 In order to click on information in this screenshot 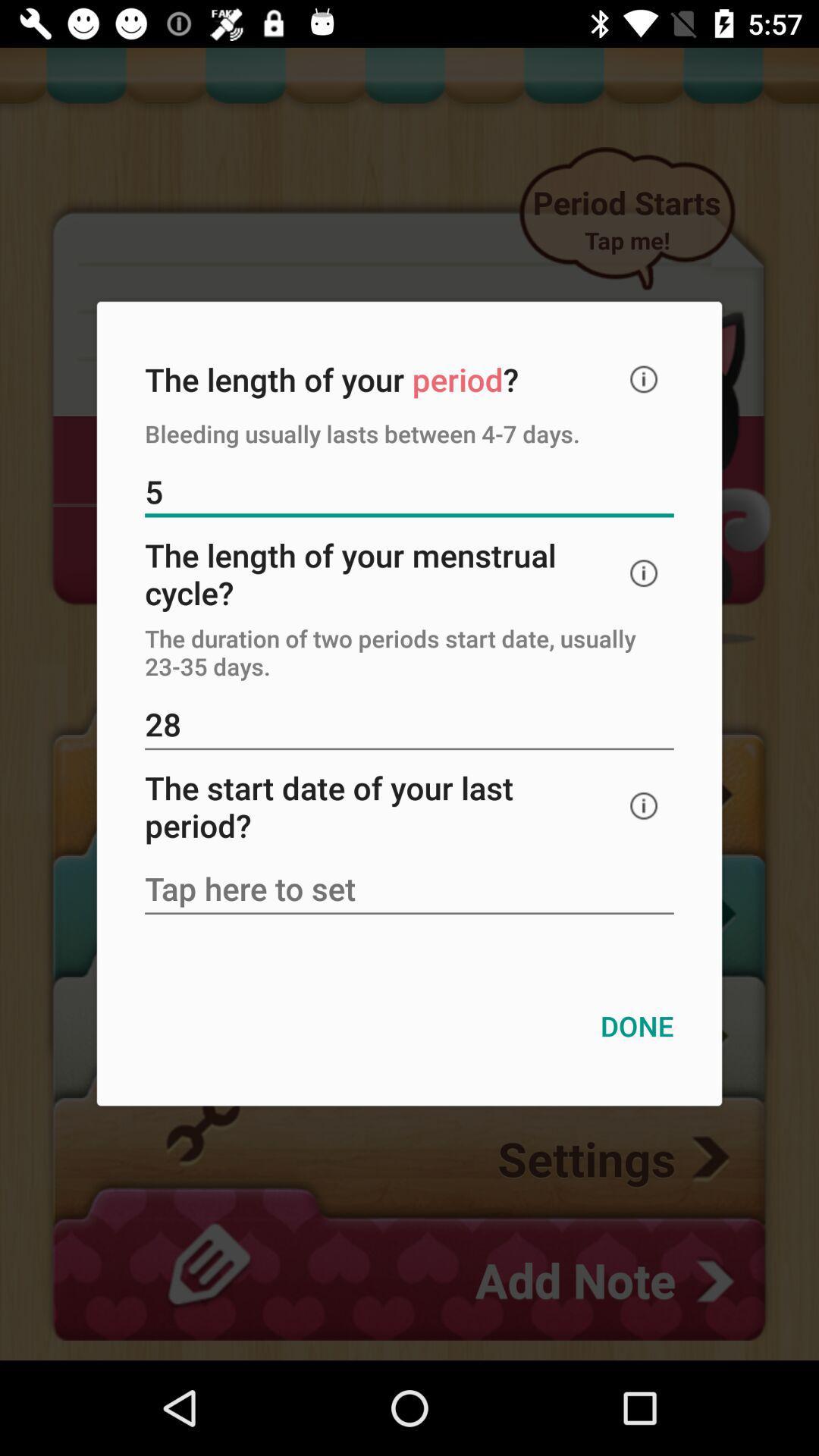, I will do `click(644, 805)`.